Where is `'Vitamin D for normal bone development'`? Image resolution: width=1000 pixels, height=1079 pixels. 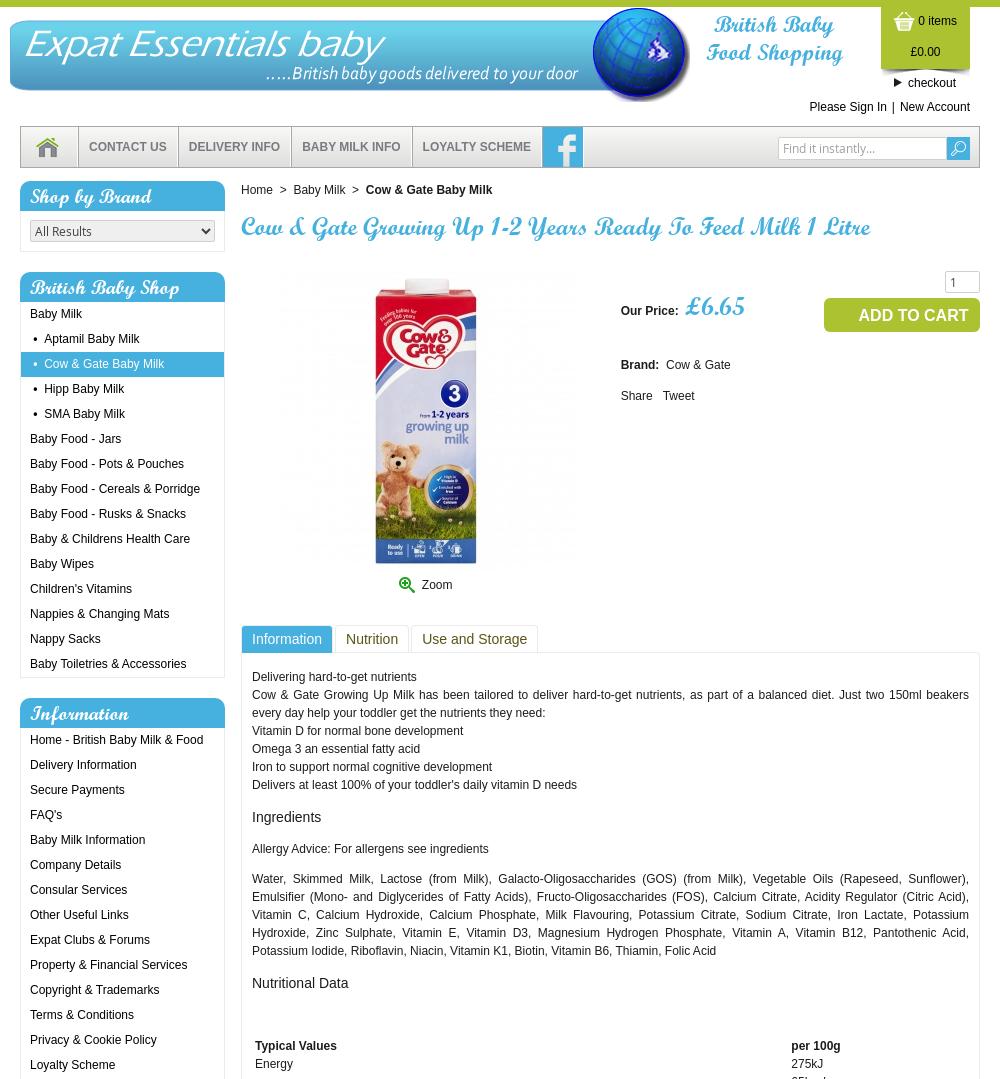
'Vitamin D for normal bone development' is located at coordinates (252, 730).